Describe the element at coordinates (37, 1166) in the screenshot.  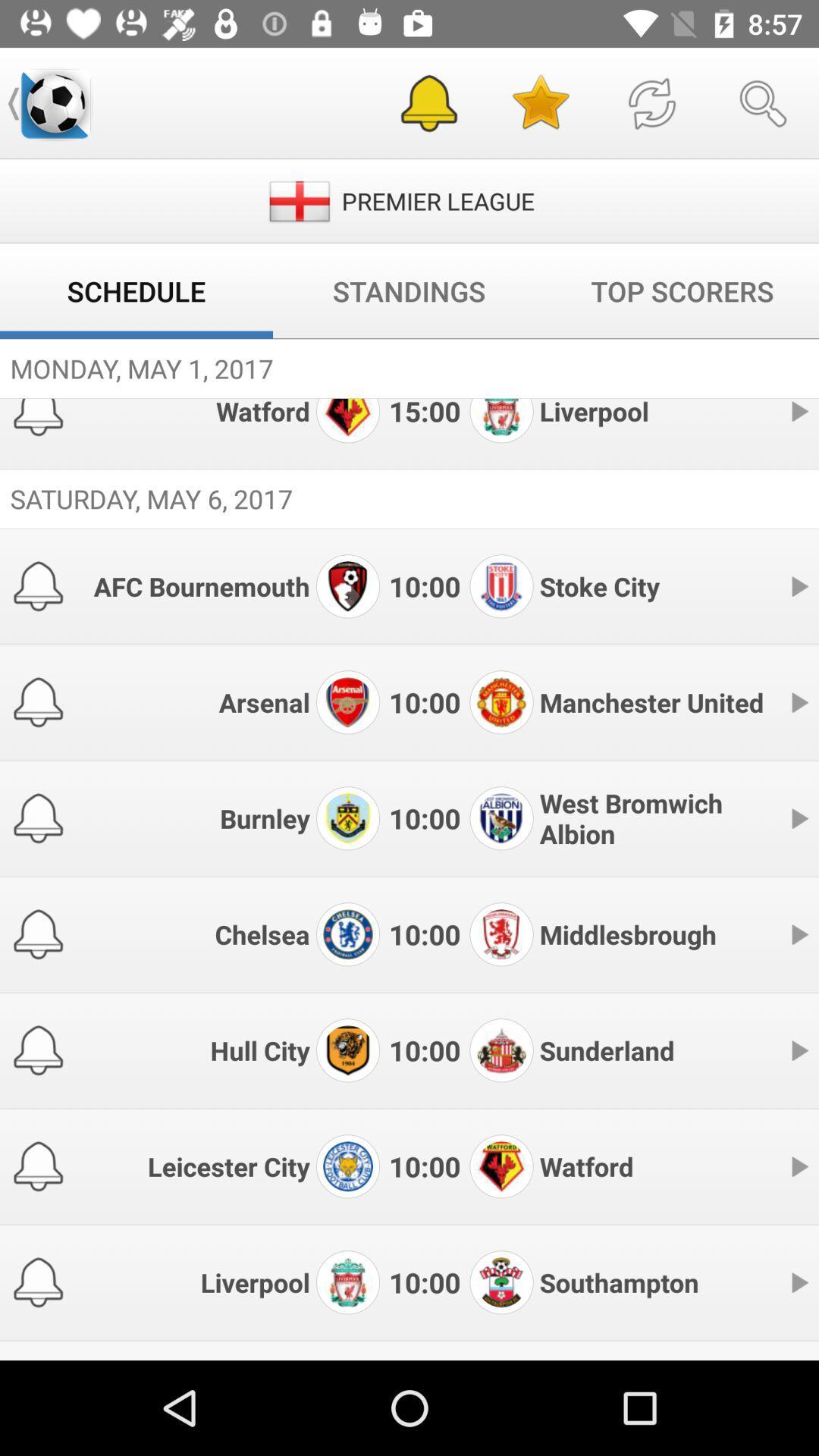
I see `the bell icon which is left side of the leicester city` at that location.